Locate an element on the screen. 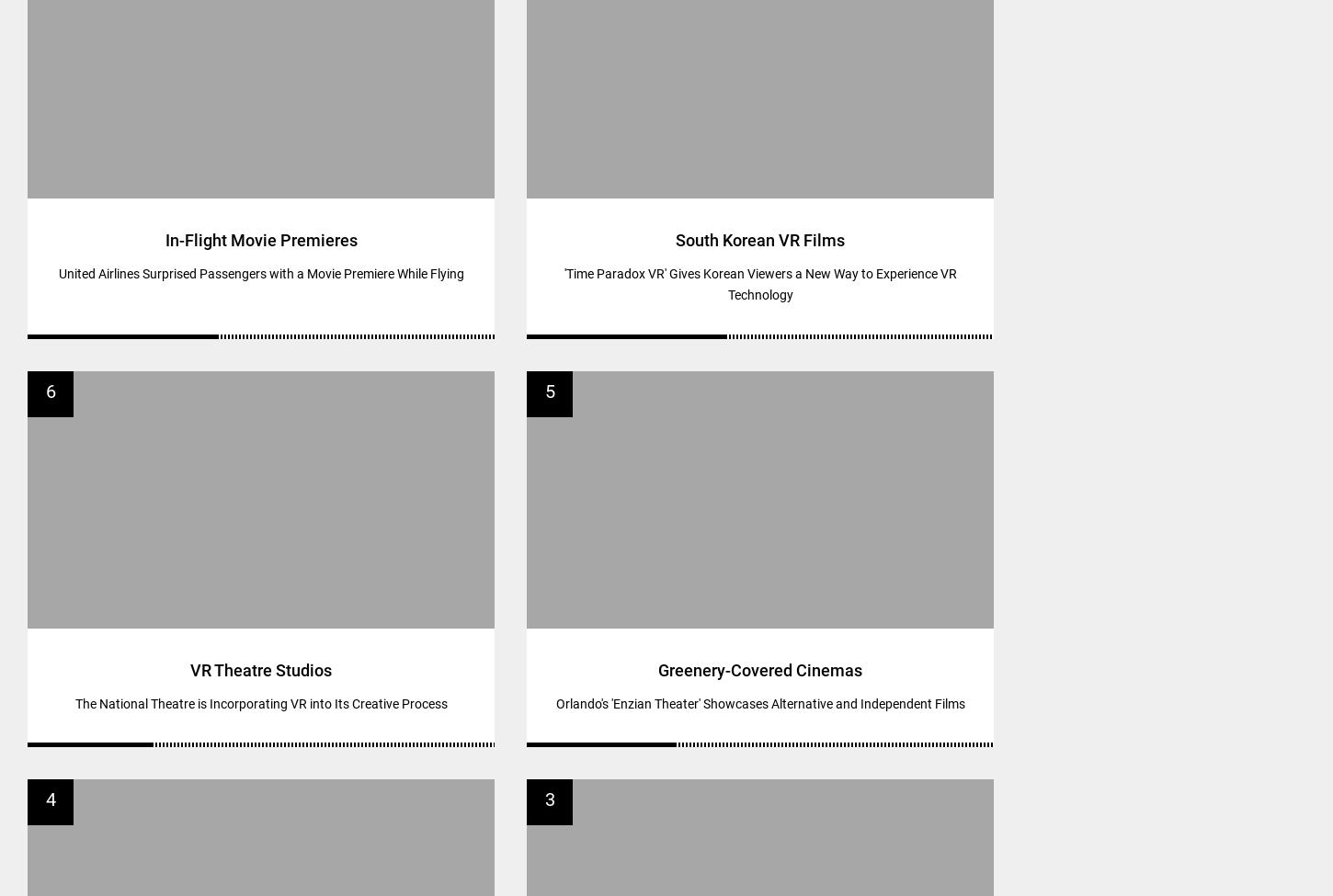 This screenshot has width=1333, height=896. '4' is located at coordinates (50, 799).